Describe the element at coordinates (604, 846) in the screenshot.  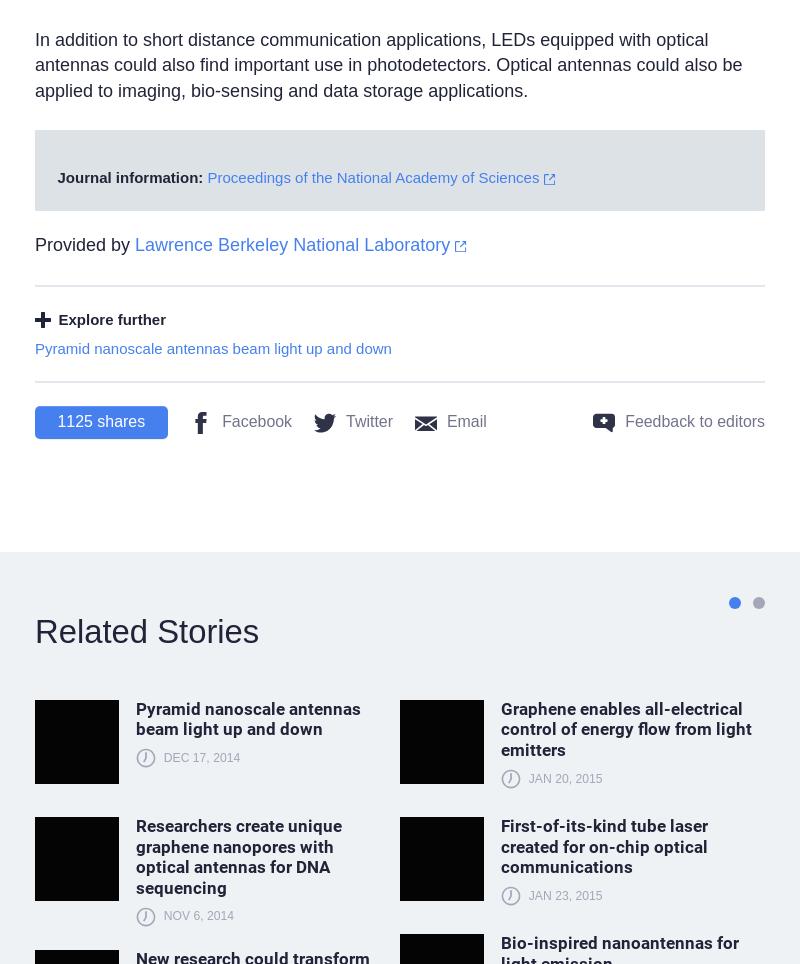
I see `'First-of-its-kind tube laser created for on-chip optical communications'` at that location.